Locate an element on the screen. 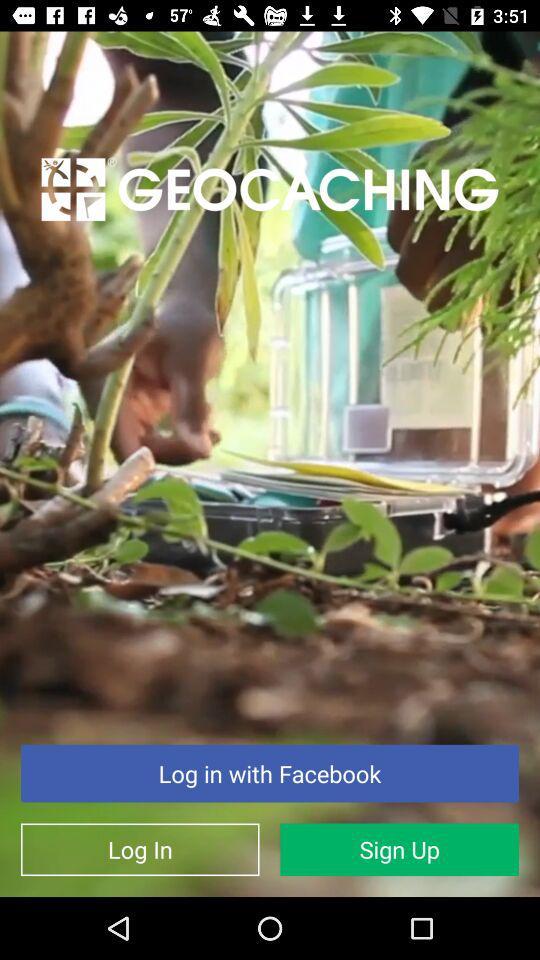  item below the log in with icon is located at coordinates (399, 848).